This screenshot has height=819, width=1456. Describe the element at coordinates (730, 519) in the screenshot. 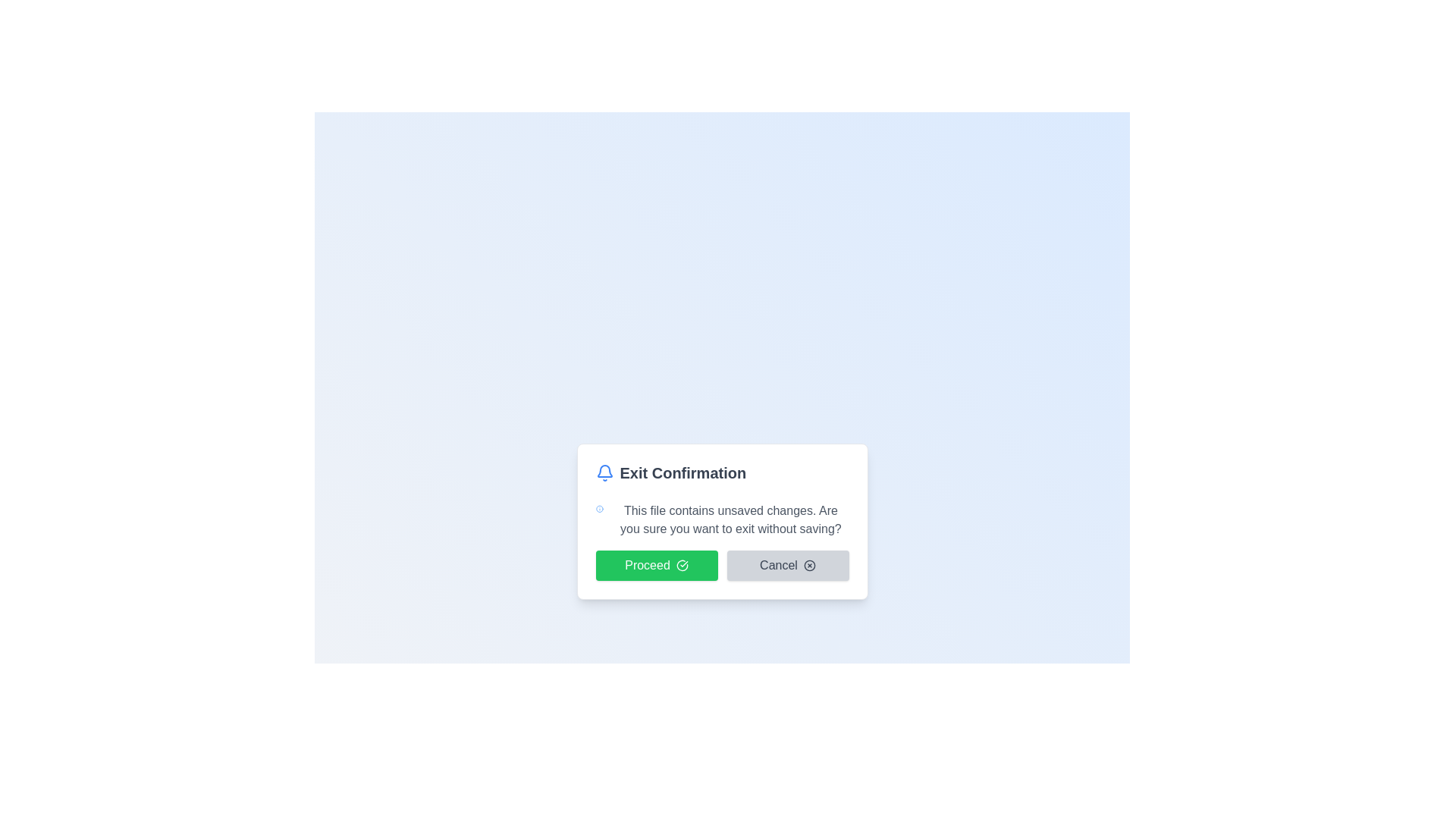

I see `the warning message in the 'Exit Confirmation' dialog box that informs users about unsaved changes` at that location.